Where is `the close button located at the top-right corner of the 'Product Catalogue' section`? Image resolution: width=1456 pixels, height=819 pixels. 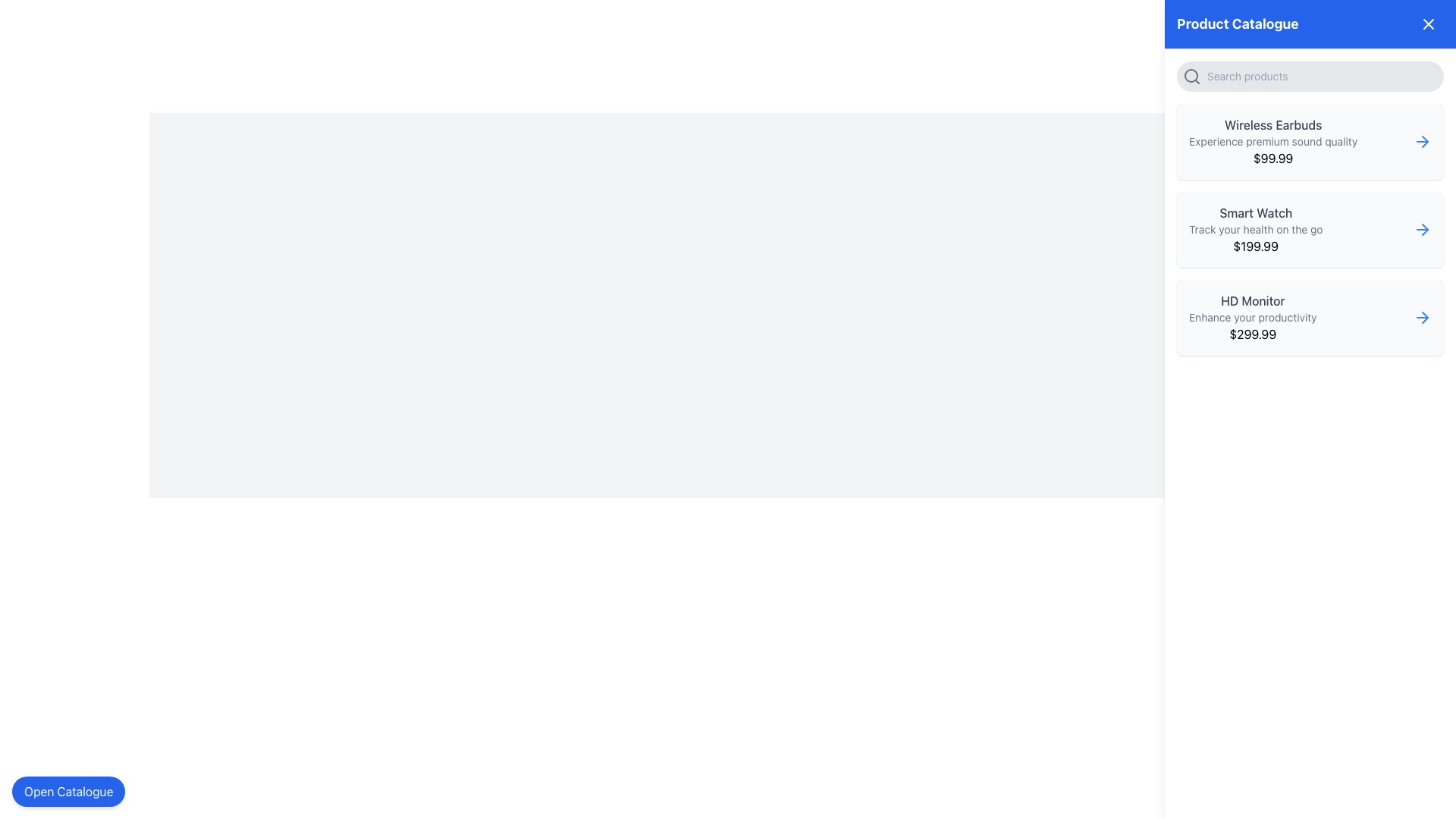
the close button located at the top-right corner of the 'Product Catalogue' section is located at coordinates (1427, 24).